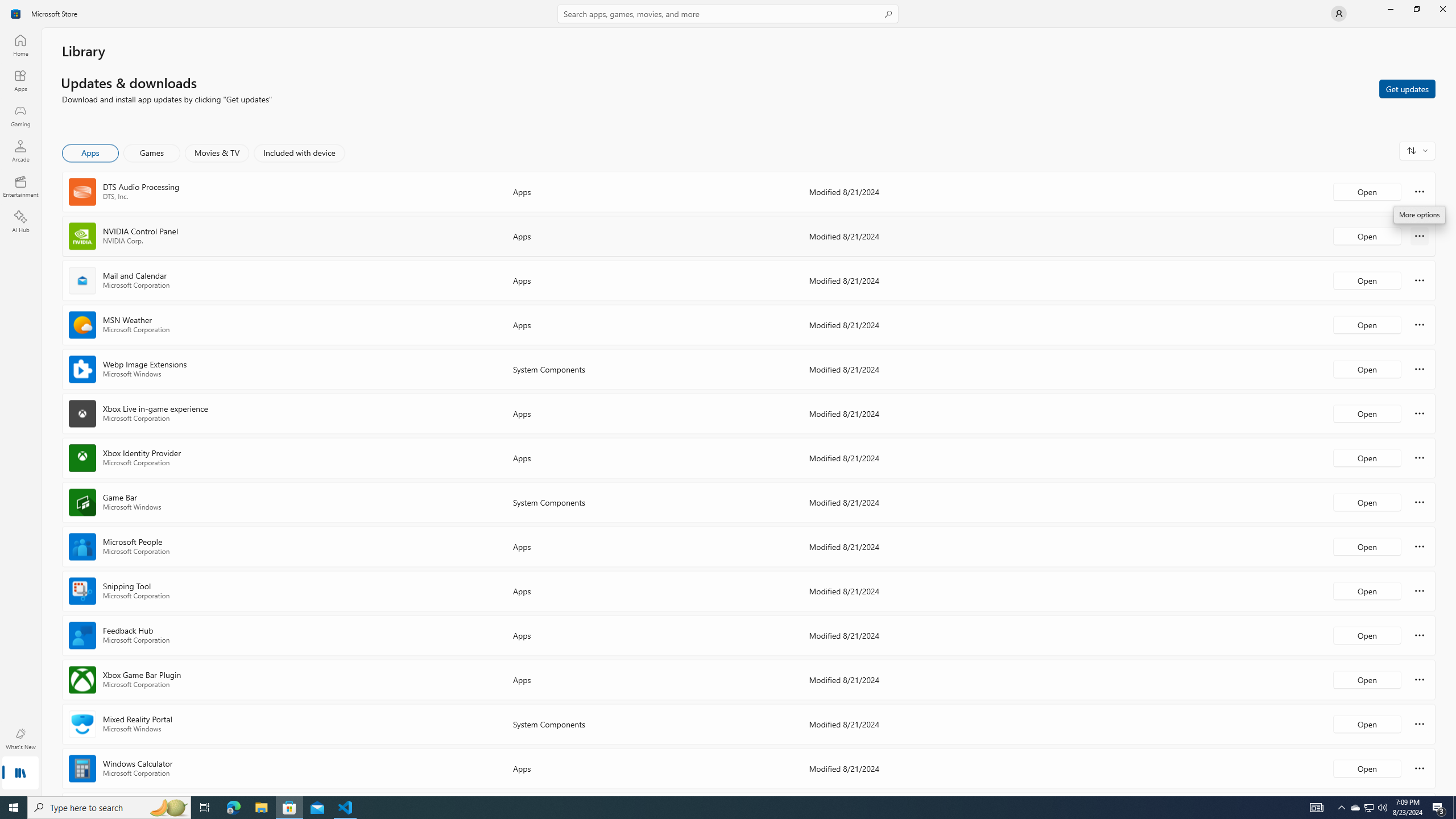 The height and width of the screenshot is (819, 1456). What do you see at coordinates (19, 221) in the screenshot?
I see `'AI Hub'` at bounding box center [19, 221].